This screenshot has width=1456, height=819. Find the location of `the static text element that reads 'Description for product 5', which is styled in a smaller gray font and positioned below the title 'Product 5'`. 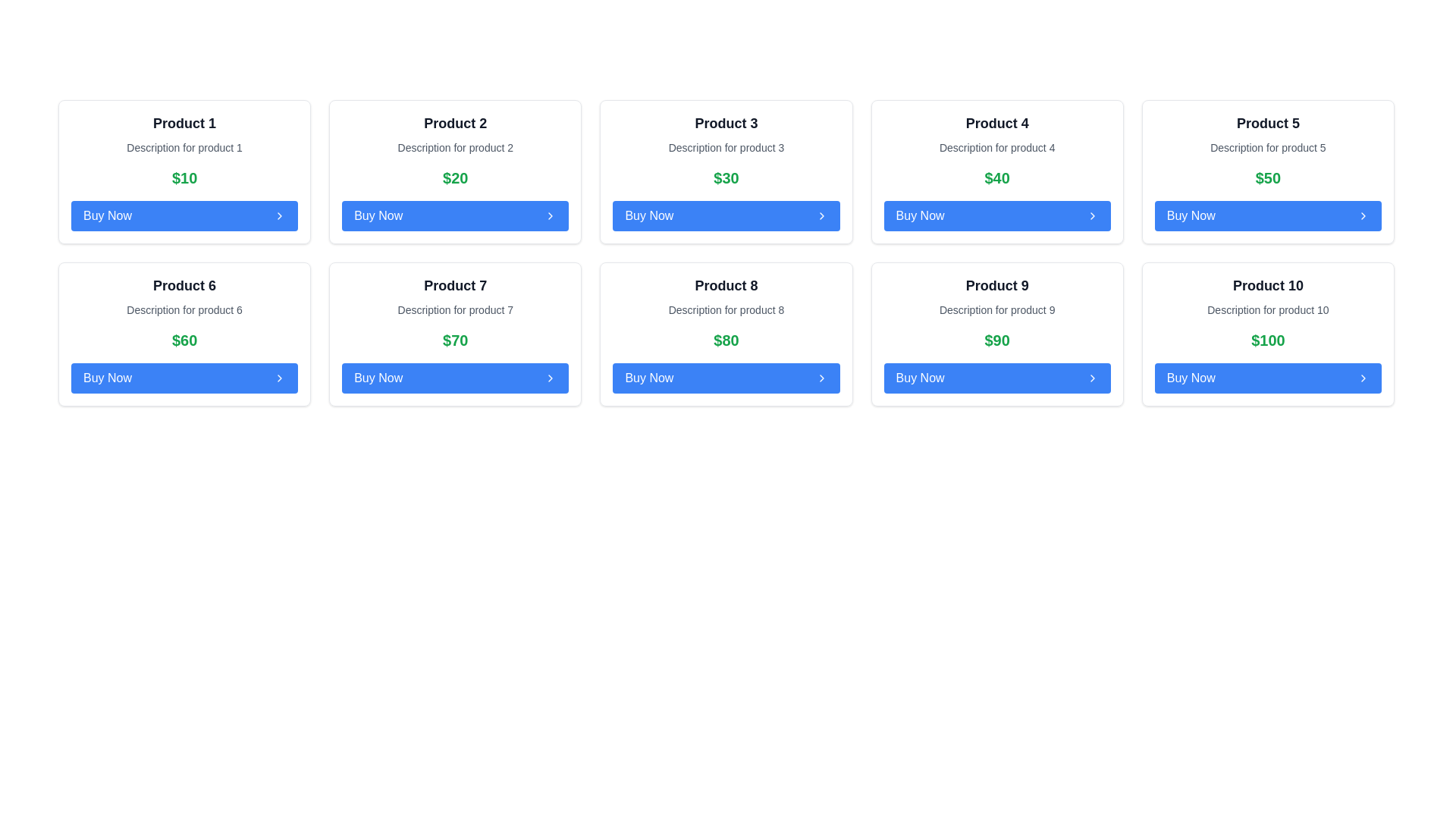

the static text element that reads 'Description for product 5', which is styled in a smaller gray font and positioned below the title 'Product 5' is located at coordinates (1268, 148).